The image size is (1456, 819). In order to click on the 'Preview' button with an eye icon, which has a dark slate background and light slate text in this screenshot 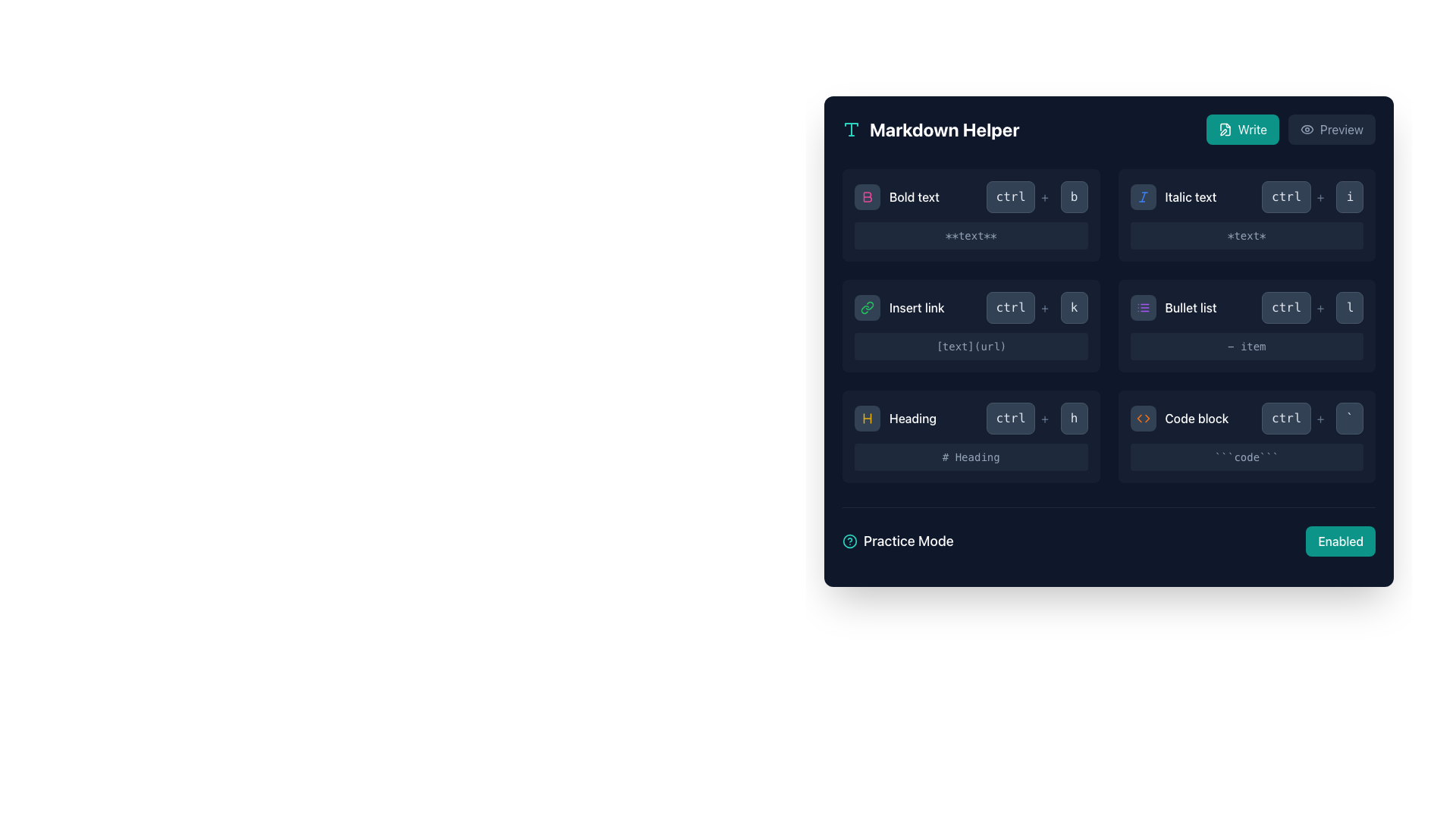, I will do `click(1331, 128)`.